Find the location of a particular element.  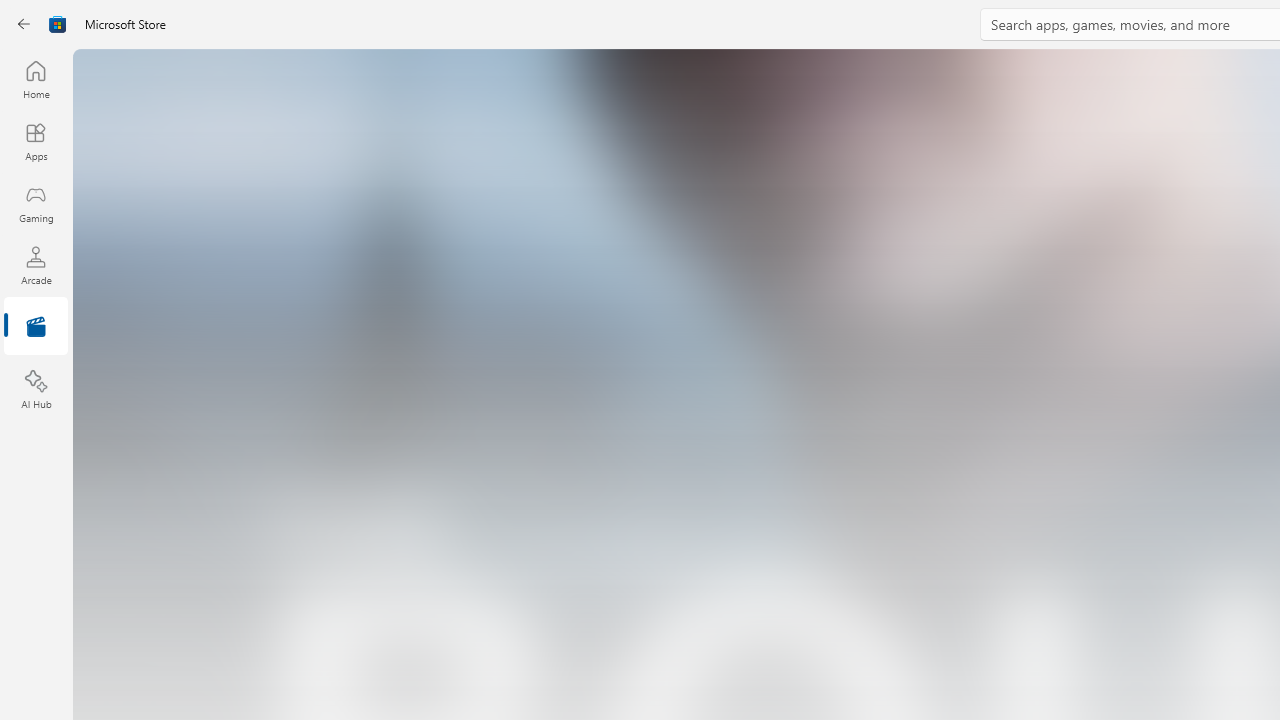

'AI Hub' is located at coordinates (35, 390).